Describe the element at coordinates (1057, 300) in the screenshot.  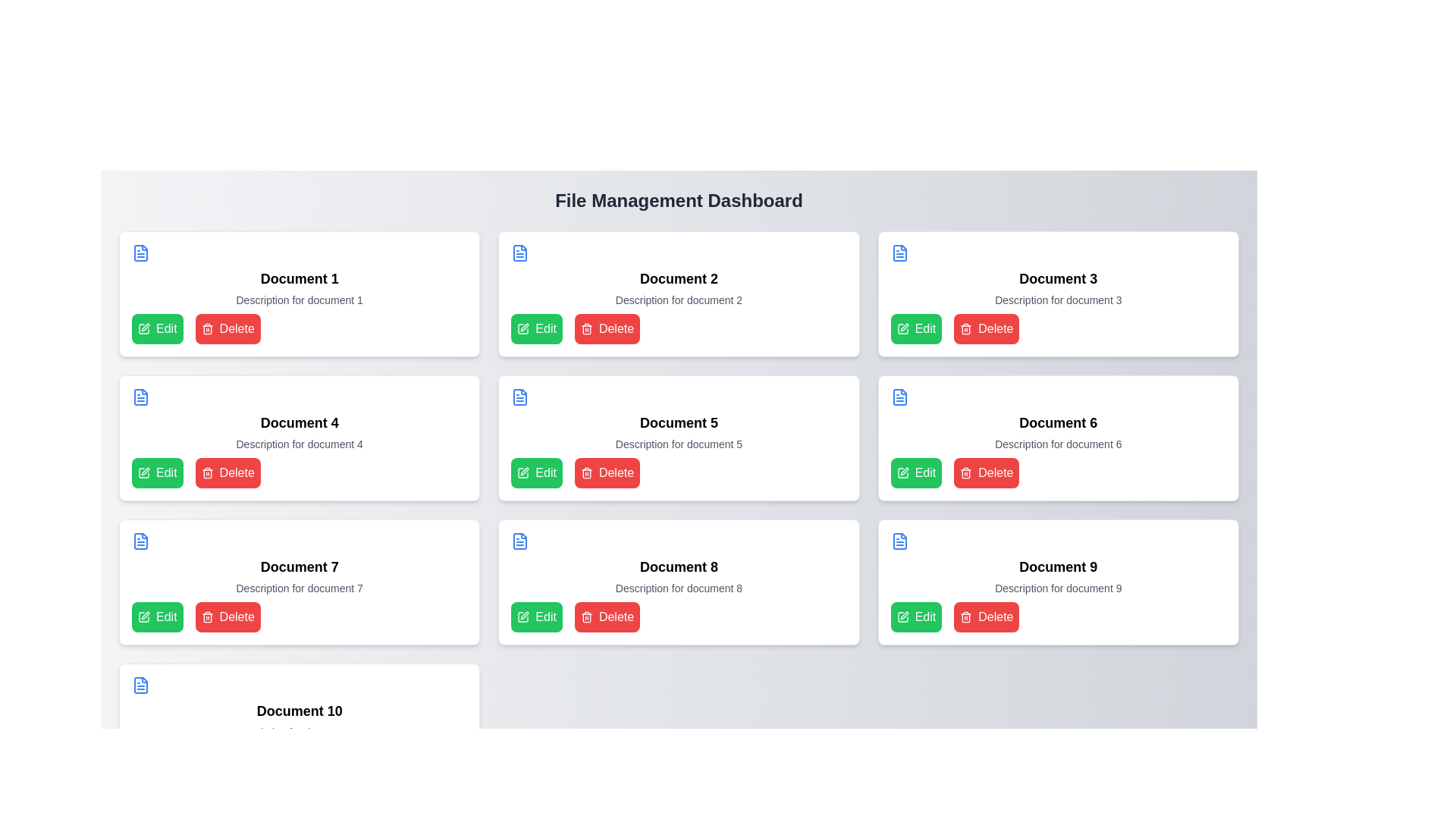
I see `text snippet 'Description for document 3' which is styled in a small font and light gray color, located centrally beneath the 'Document 3' title in a bordered box` at that location.